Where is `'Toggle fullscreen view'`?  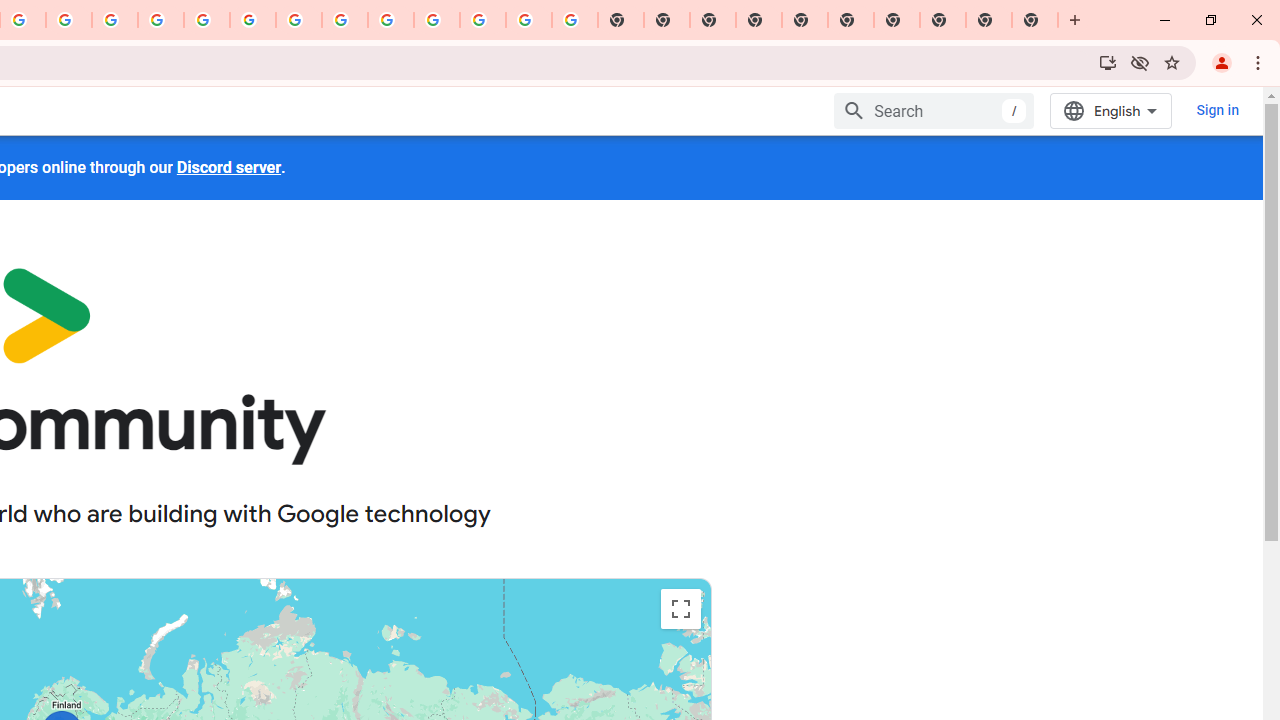 'Toggle fullscreen view' is located at coordinates (680, 608).